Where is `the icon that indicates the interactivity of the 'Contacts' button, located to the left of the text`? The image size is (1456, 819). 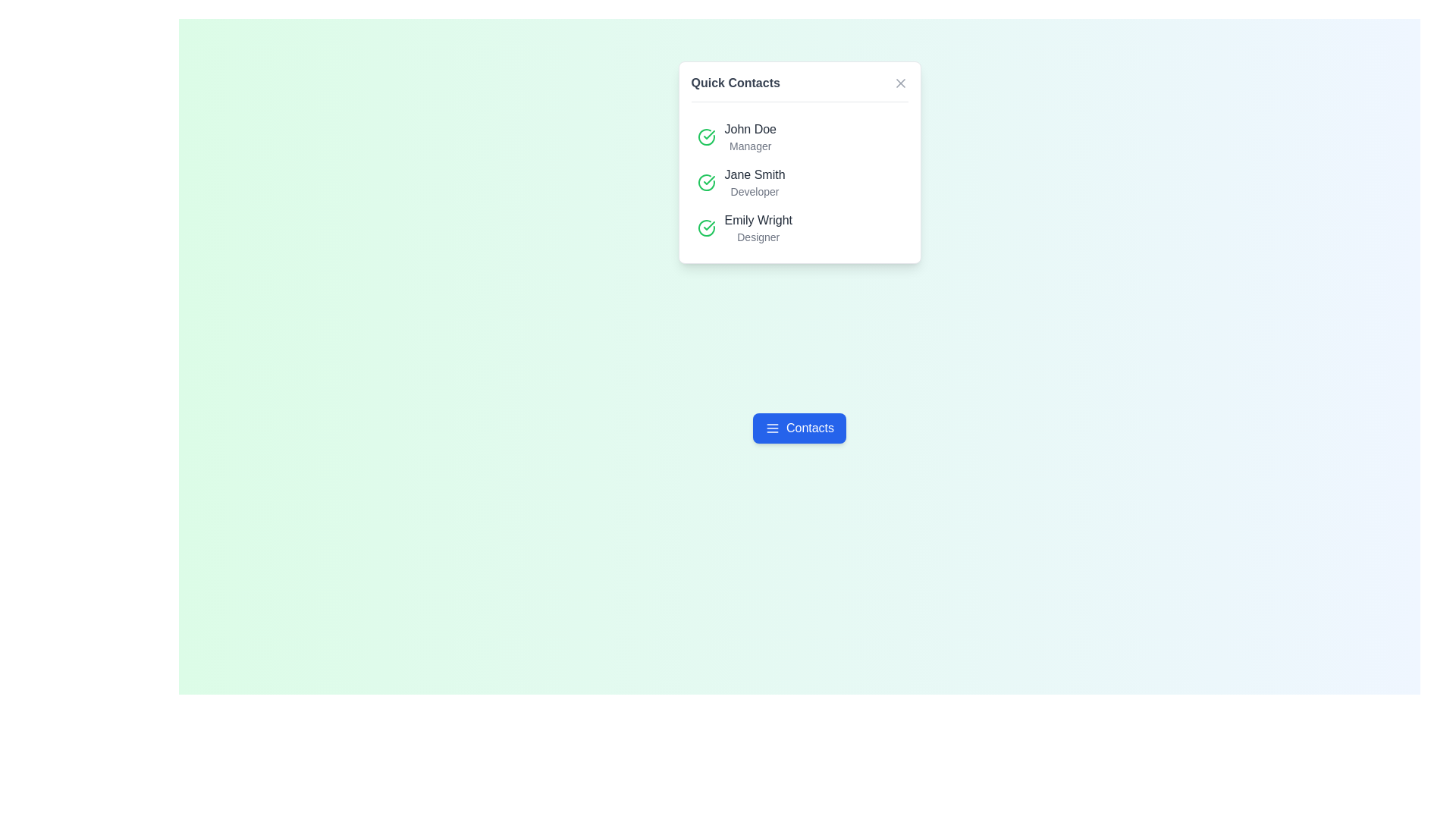
the icon that indicates the interactivity of the 'Contacts' button, located to the left of the text is located at coordinates (772, 428).